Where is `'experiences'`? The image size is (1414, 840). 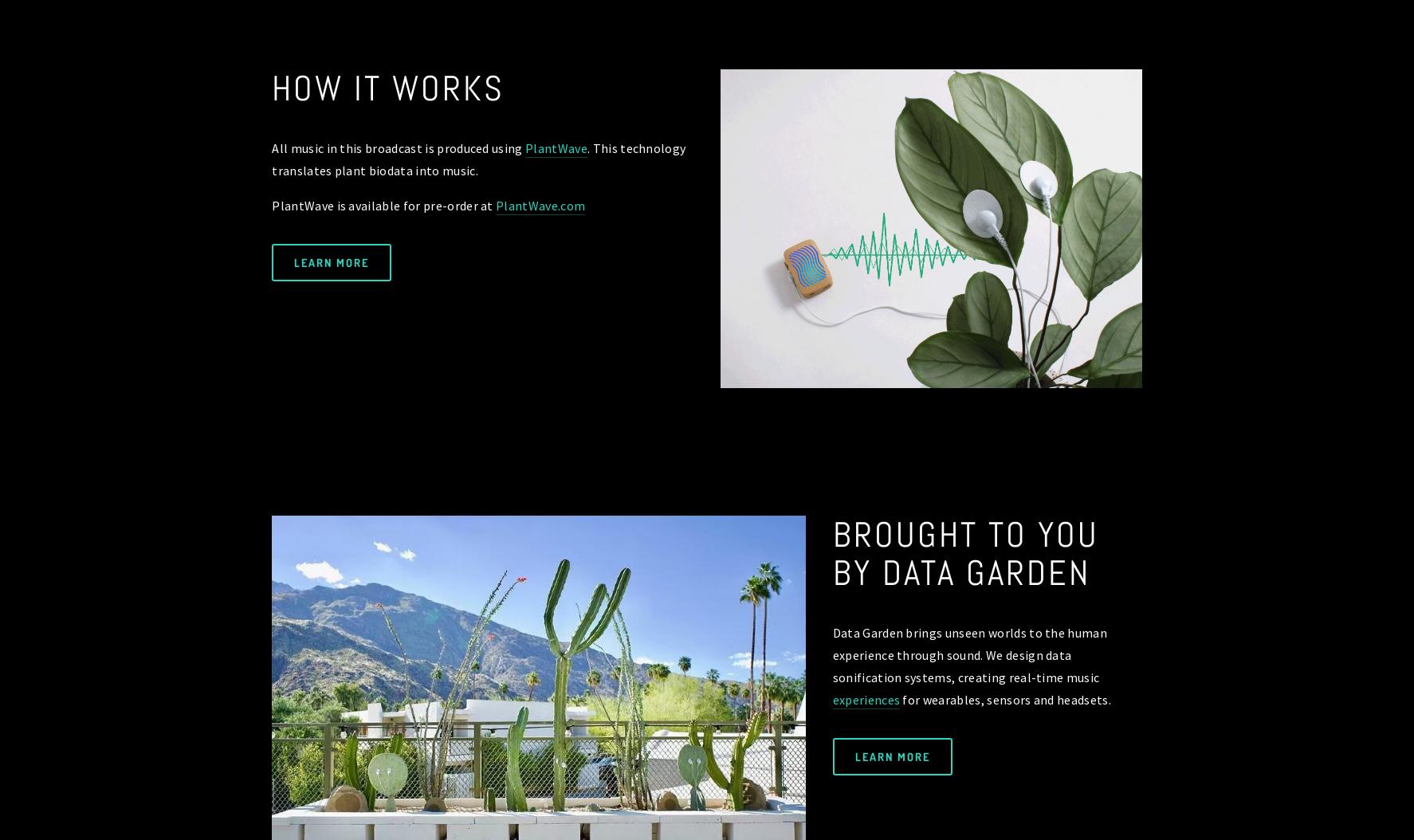 'experiences' is located at coordinates (865, 699).